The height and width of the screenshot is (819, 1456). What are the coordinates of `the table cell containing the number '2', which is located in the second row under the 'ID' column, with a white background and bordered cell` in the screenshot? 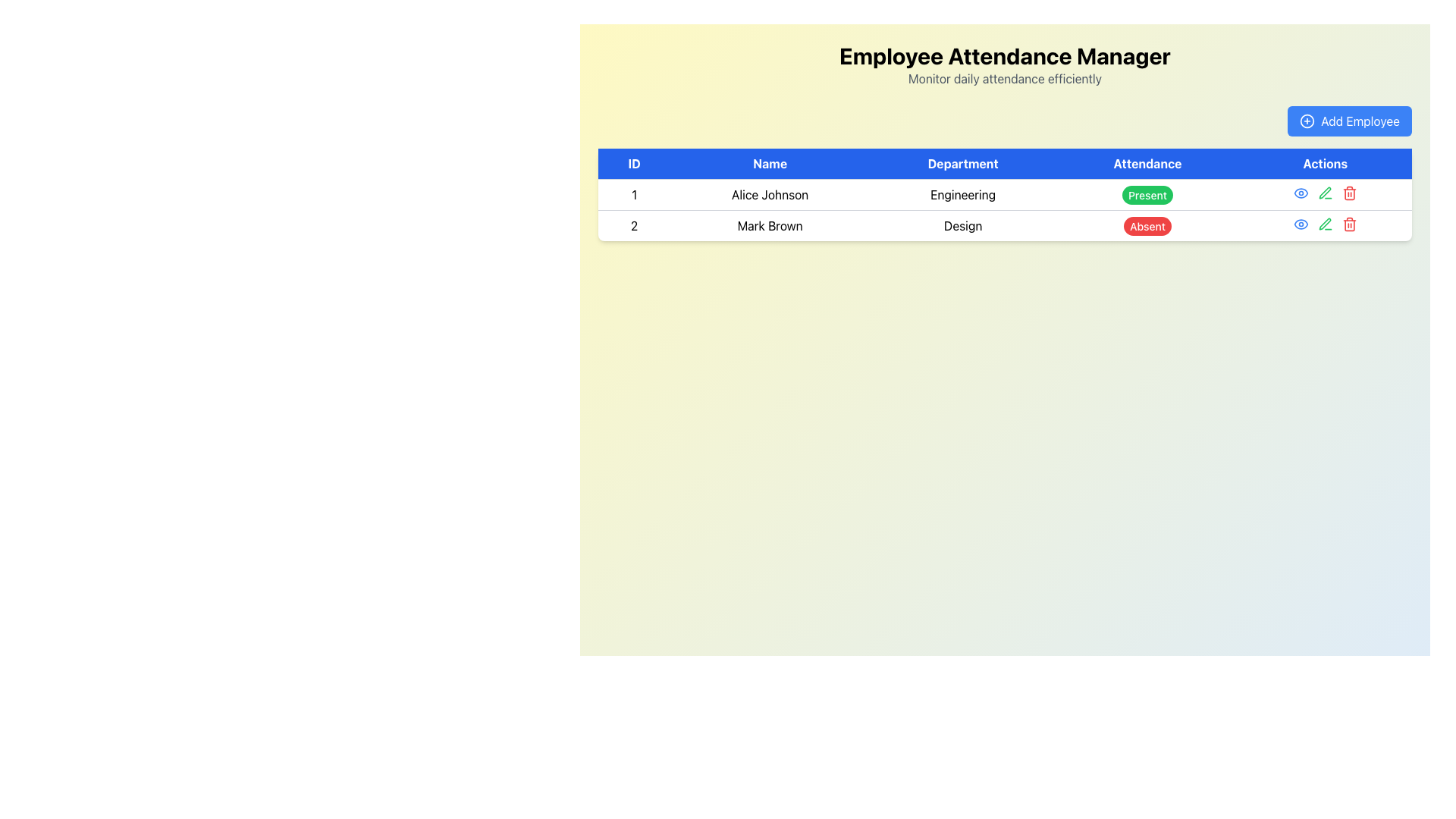 It's located at (634, 225).